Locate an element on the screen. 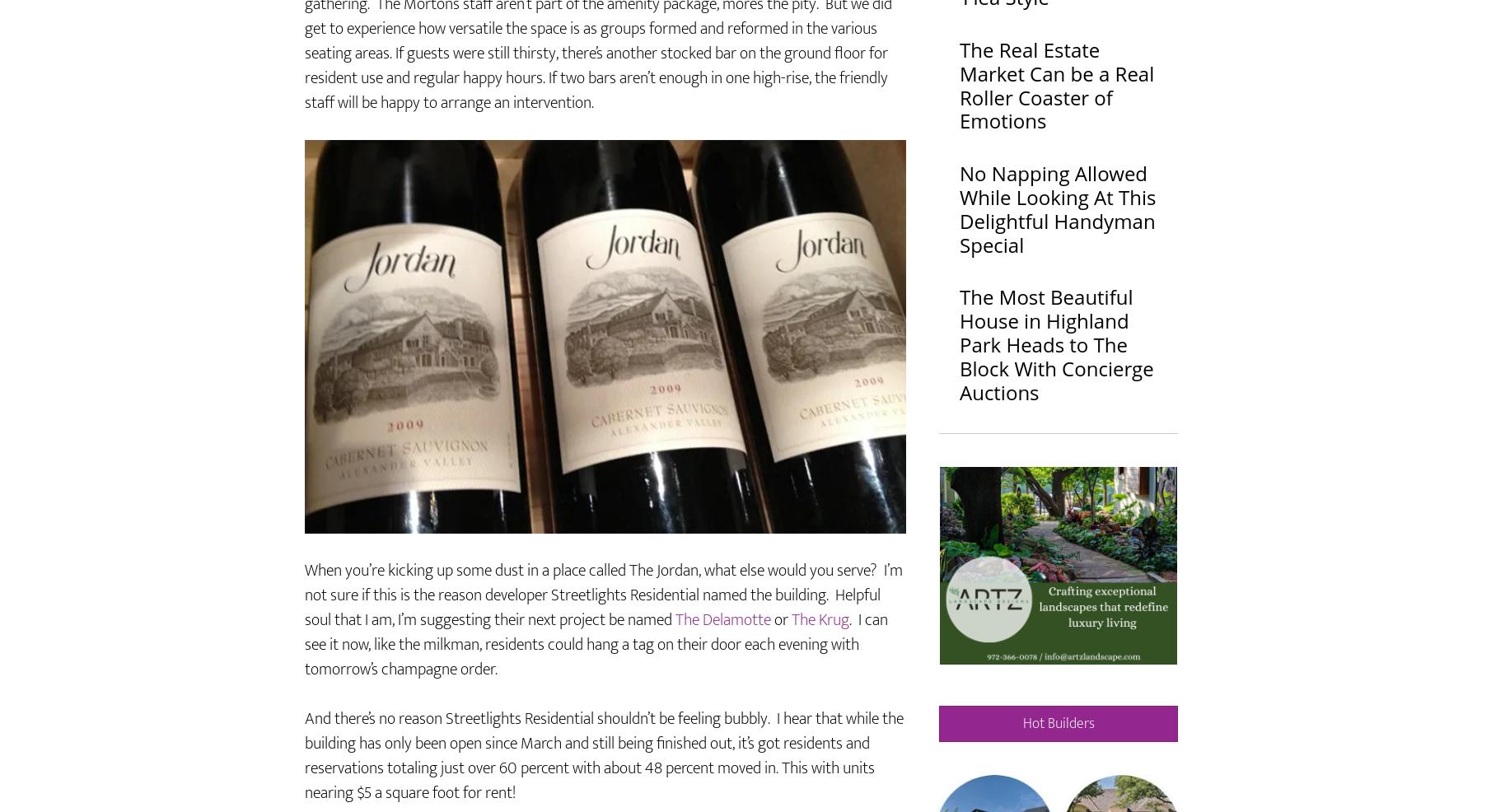 The width and height of the screenshot is (1491, 812). '.  I can see it now, like the milkman, residents could hang a tag on their door each evening with tomorrow’s champagne order.' is located at coordinates (596, 691).